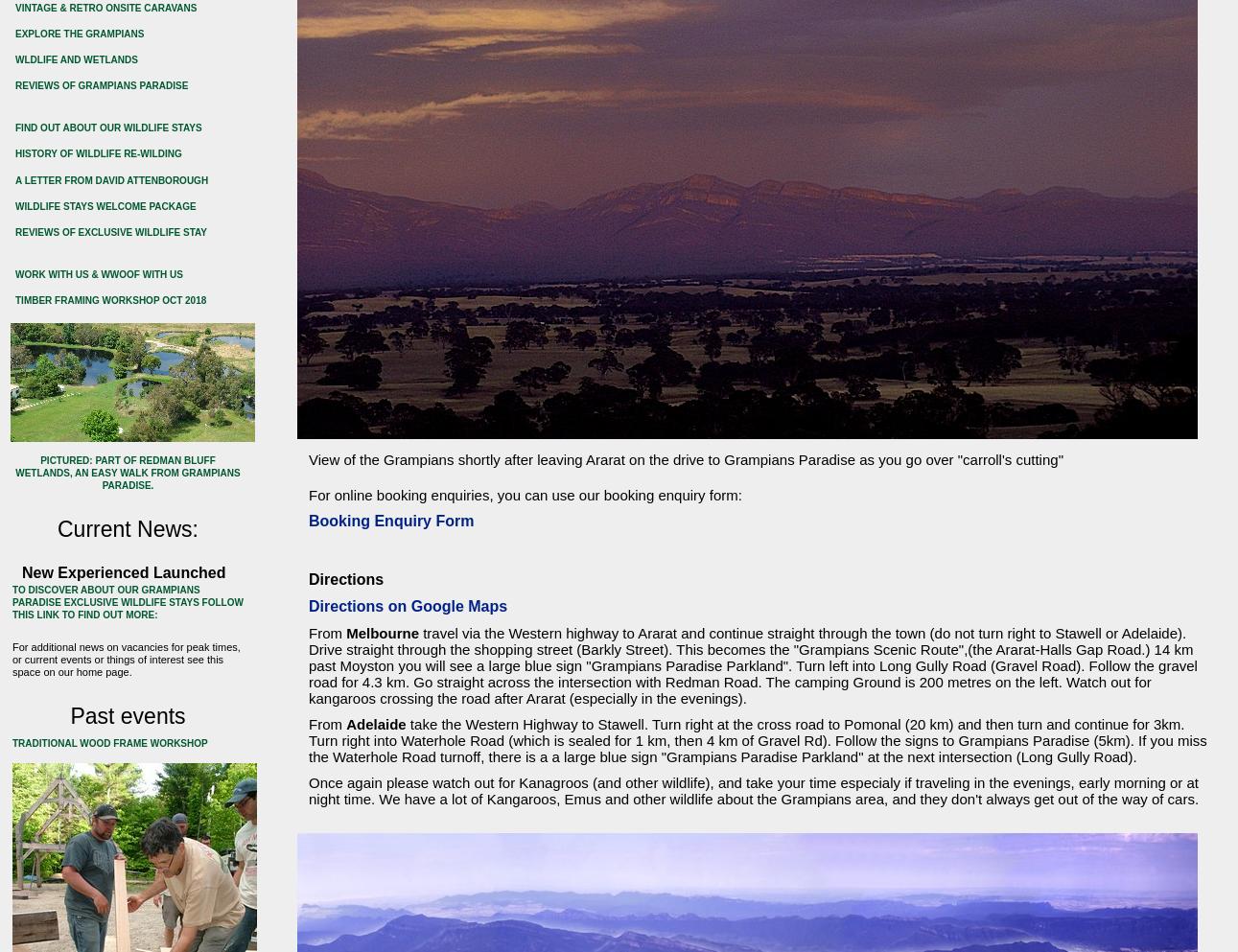 The width and height of the screenshot is (1238, 952). I want to click on 'History of wildlife Re-wilding', so click(14, 152).